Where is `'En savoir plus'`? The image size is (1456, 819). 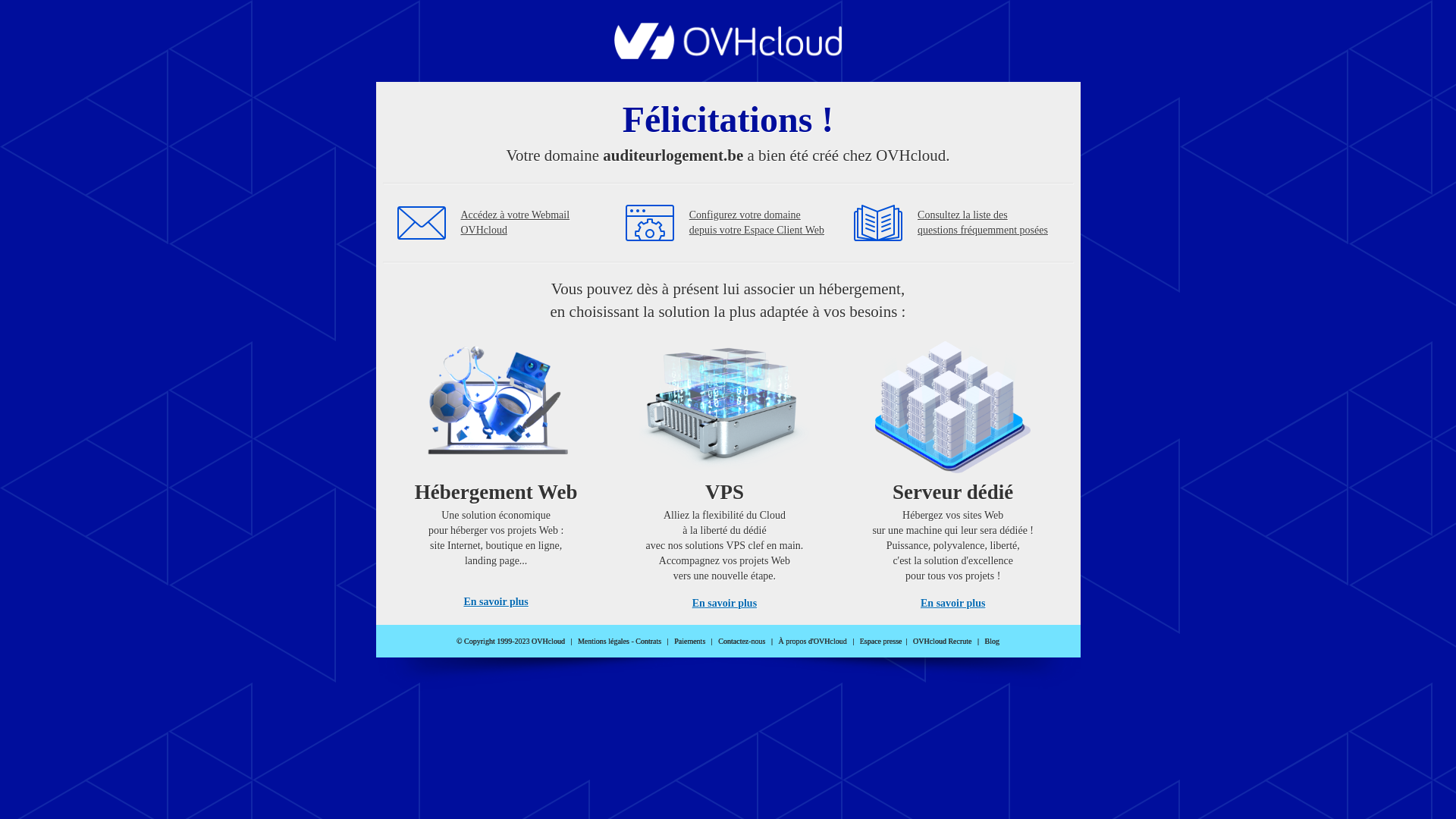 'En savoir plus' is located at coordinates (495, 601).